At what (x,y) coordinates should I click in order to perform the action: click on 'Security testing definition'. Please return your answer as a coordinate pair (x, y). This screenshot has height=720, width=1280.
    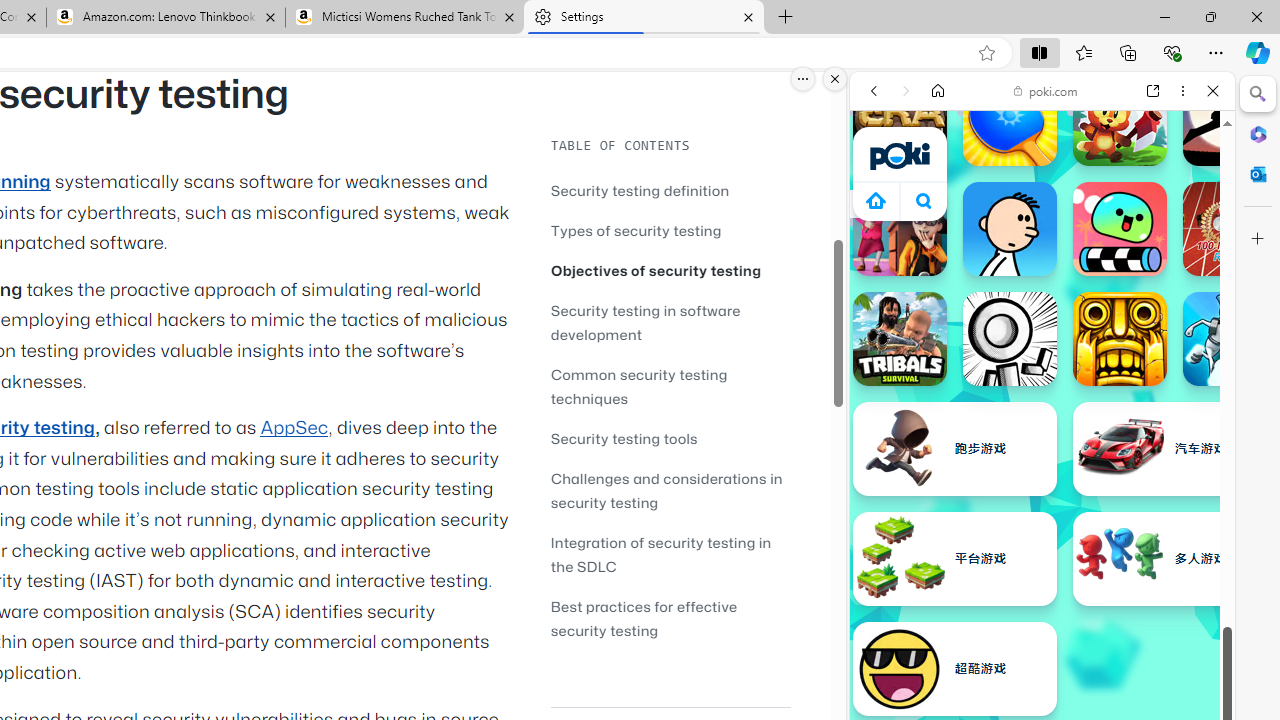
    Looking at the image, I should click on (670, 190).